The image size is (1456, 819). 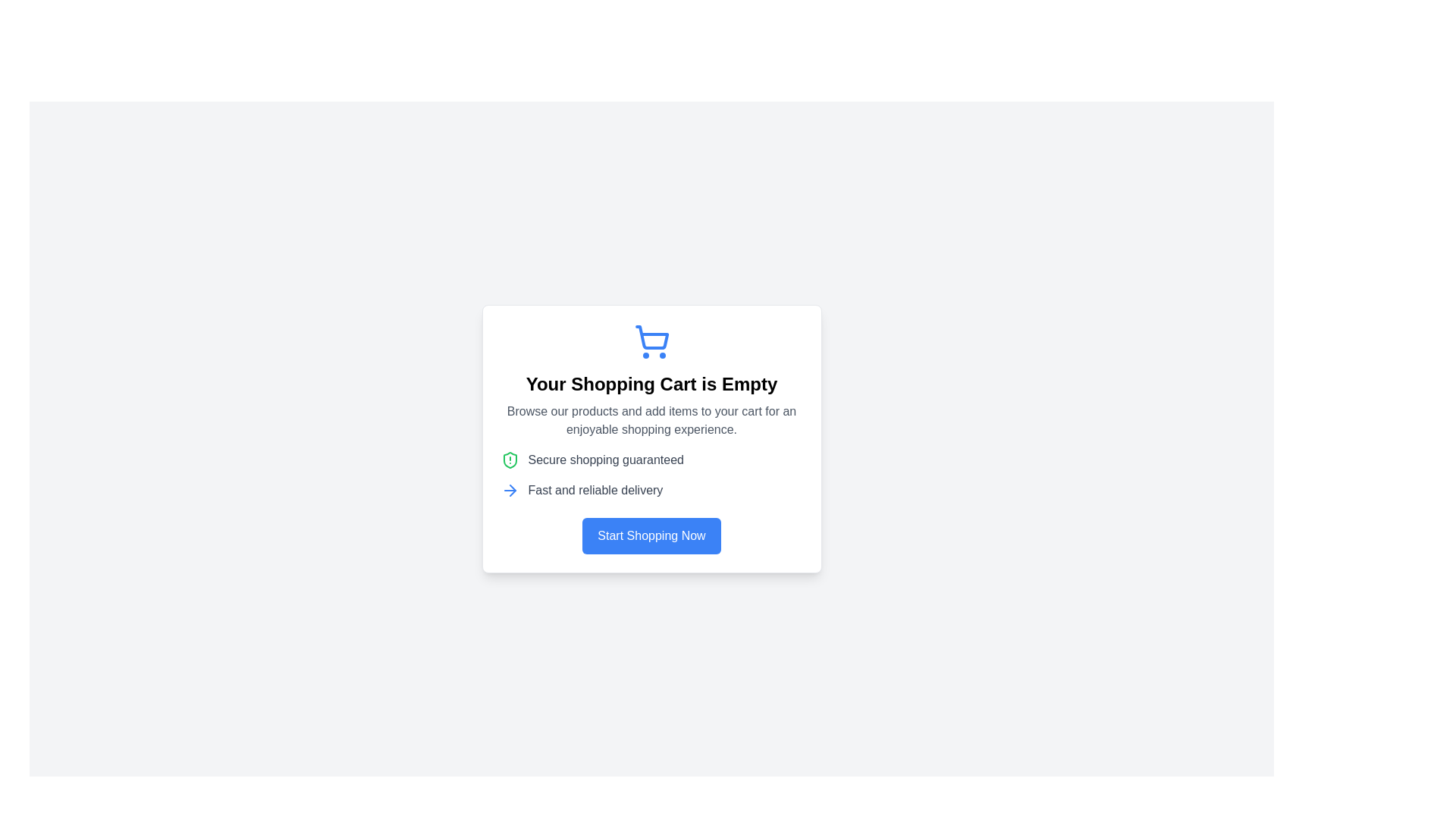 What do you see at coordinates (510, 459) in the screenshot?
I see `the stylized shield icon with a green border, positioned to the left of the text 'Secure shopping guaranteed'` at bounding box center [510, 459].